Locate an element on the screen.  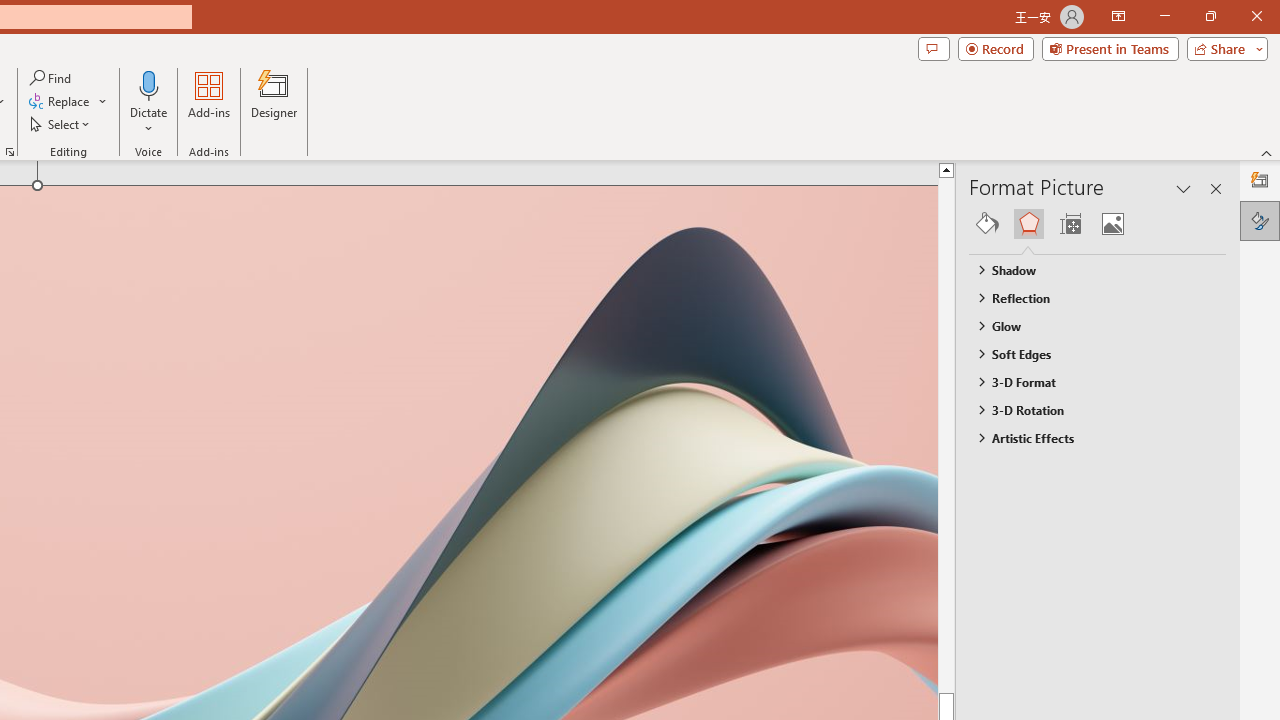
'Replace...' is located at coordinates (69, 101).